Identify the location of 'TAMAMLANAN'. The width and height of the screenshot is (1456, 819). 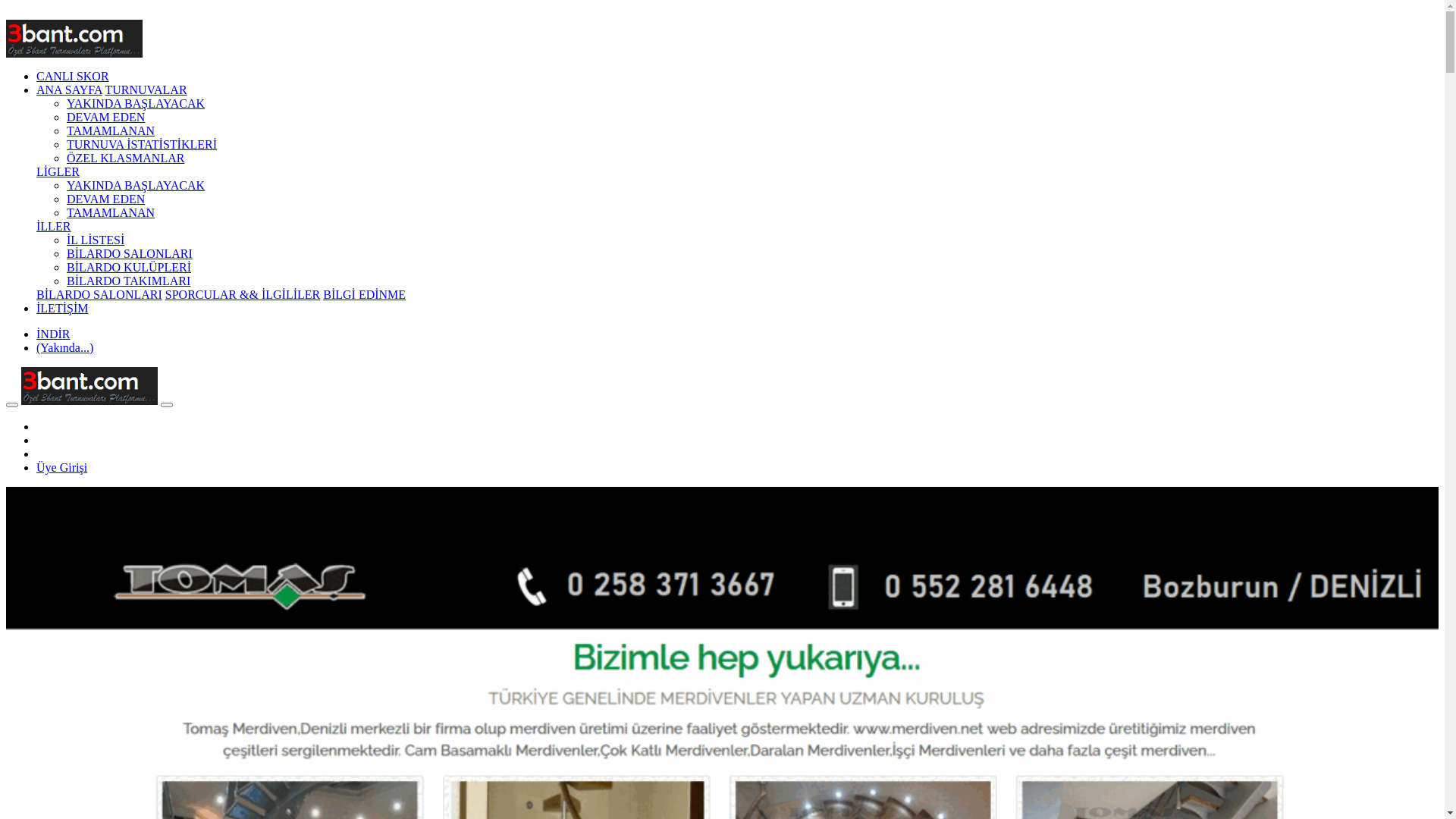
(109, 212).